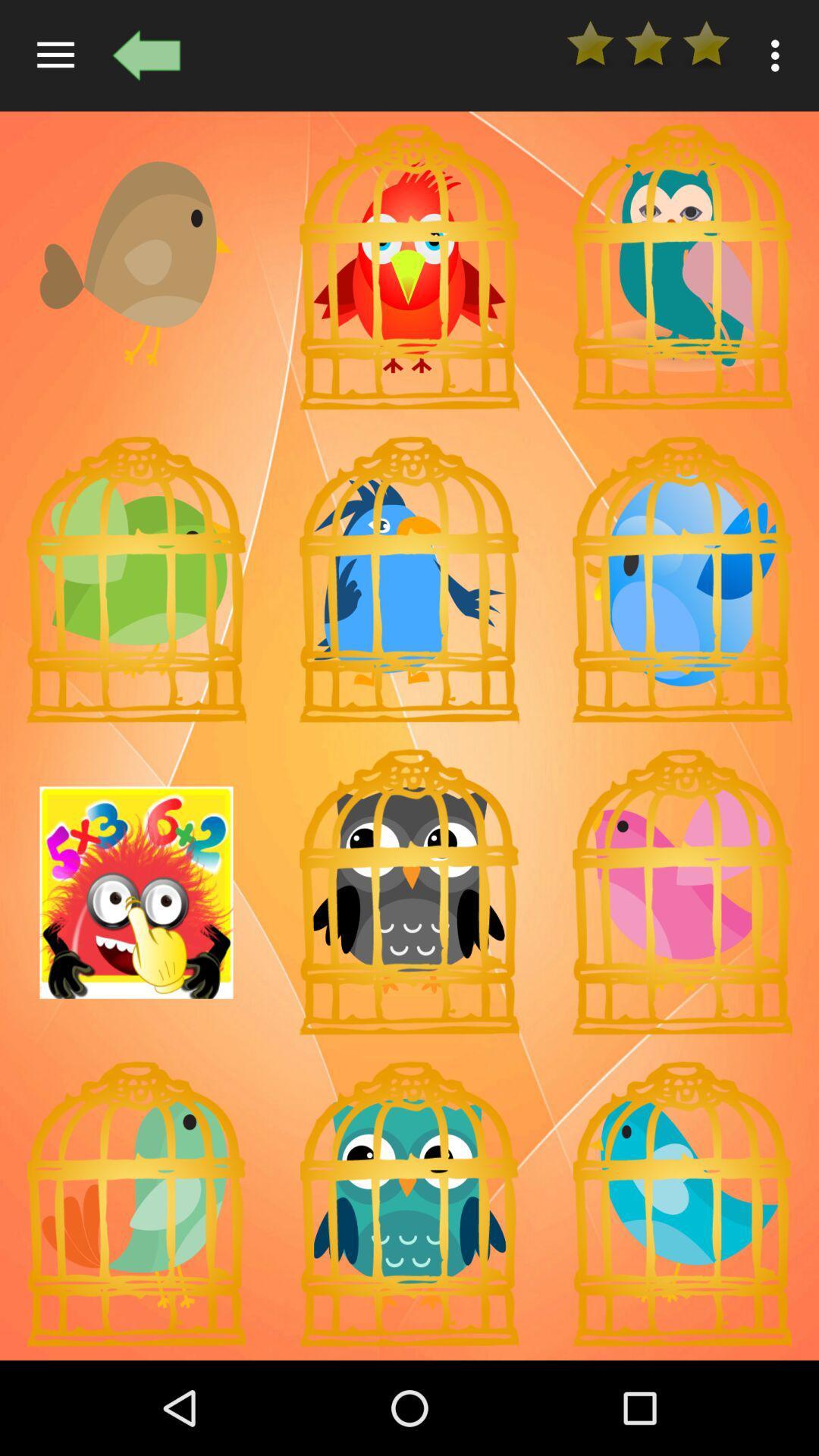 This screenshot has height=1456, width=819. Describe the element at coordinates (681, 893) in the screenshot. I see `sound` at that location.